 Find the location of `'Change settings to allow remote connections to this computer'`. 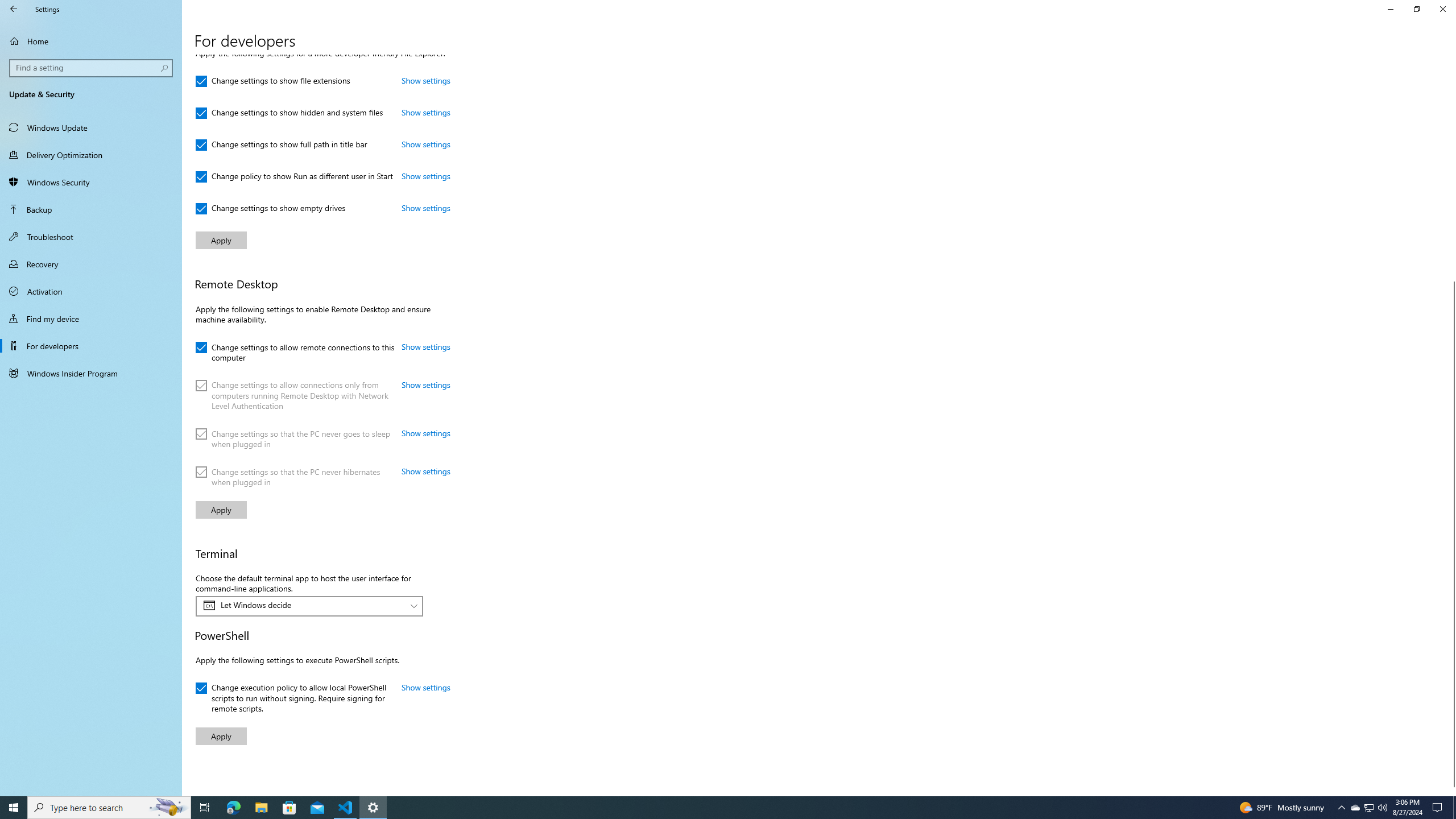

'Change settings to allow remote connections to this computer' is located at coordinates (294, 350).